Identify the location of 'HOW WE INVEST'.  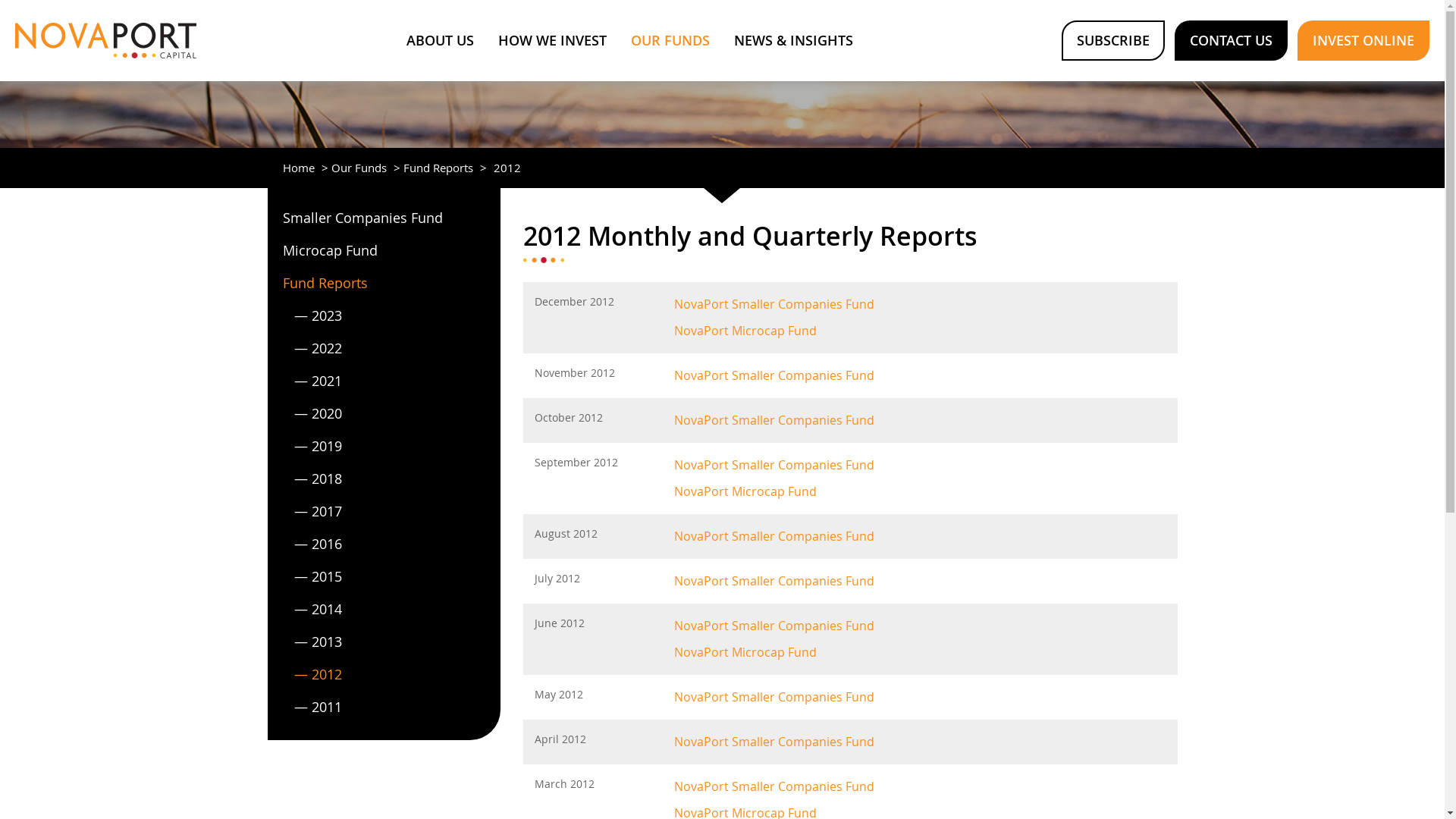
(551, 39).